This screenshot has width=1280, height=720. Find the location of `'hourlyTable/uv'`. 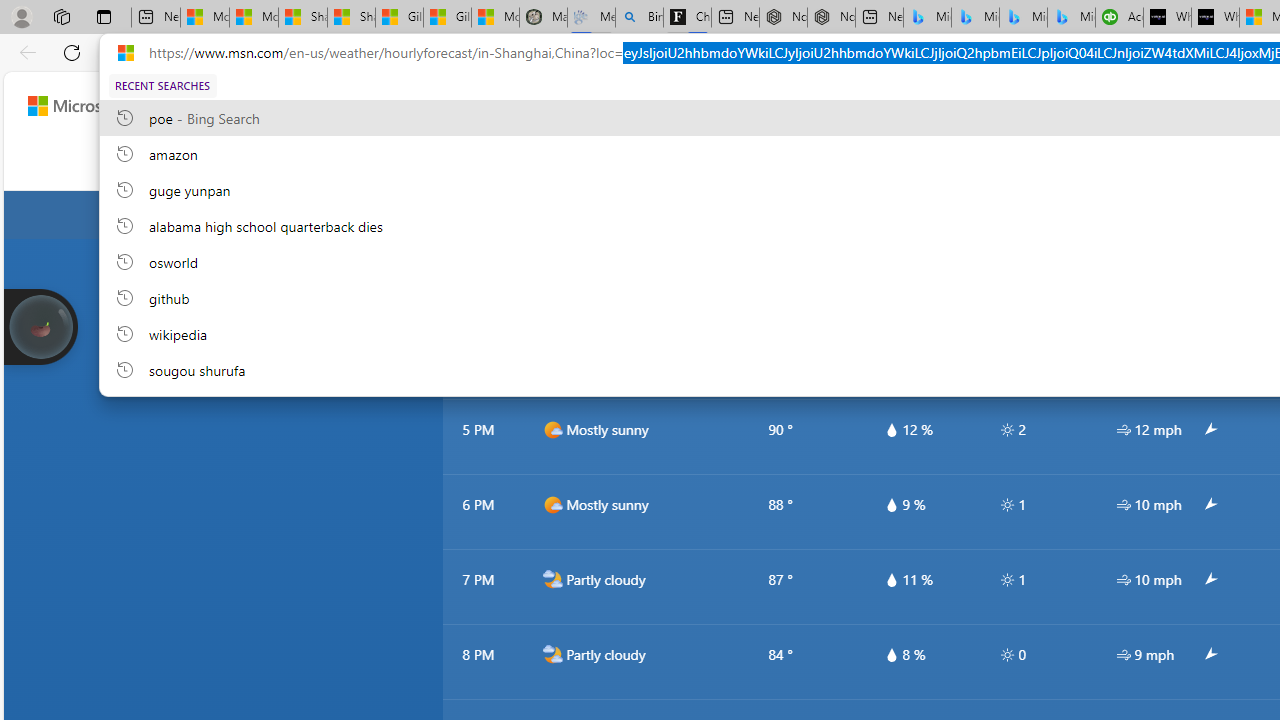

'hourlyTable/uv' is located at coordinates (1007, 654).